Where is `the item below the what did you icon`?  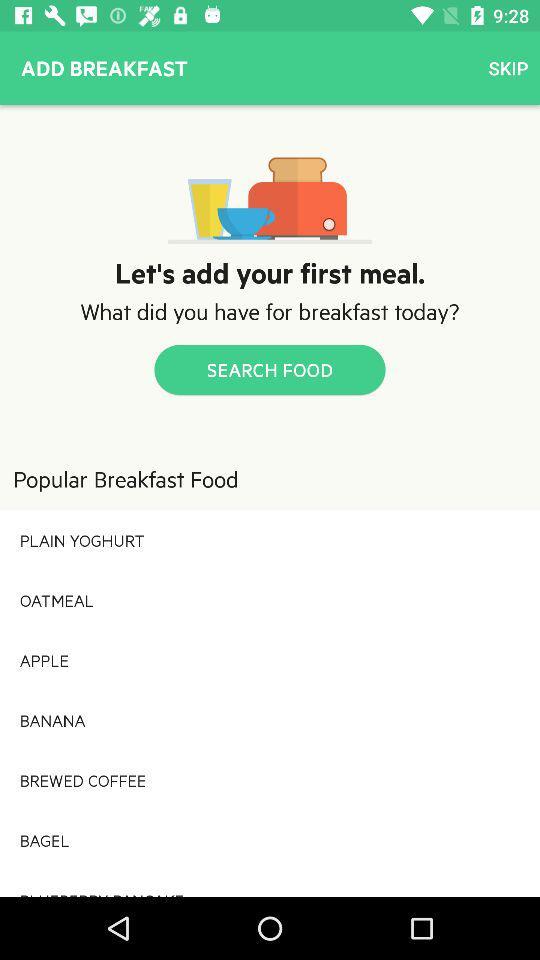
the item below the what did you icon is located at coordinates (270, 368).